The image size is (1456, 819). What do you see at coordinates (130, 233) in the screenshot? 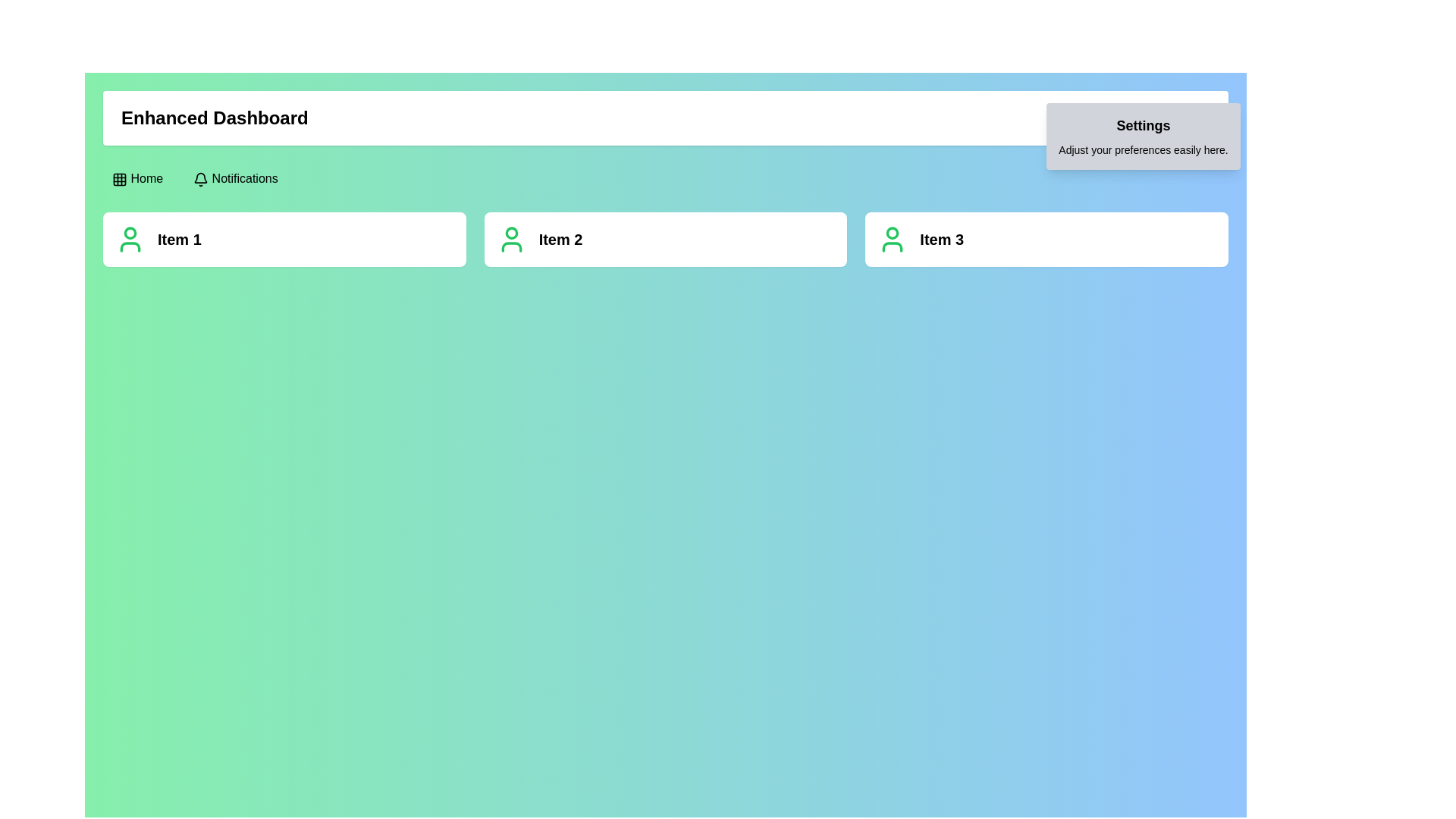
I see `the upper circular portion of the user icon that visually represents a user profile, located next to the text label 'Item 2'` at bounding box center [130, 233].